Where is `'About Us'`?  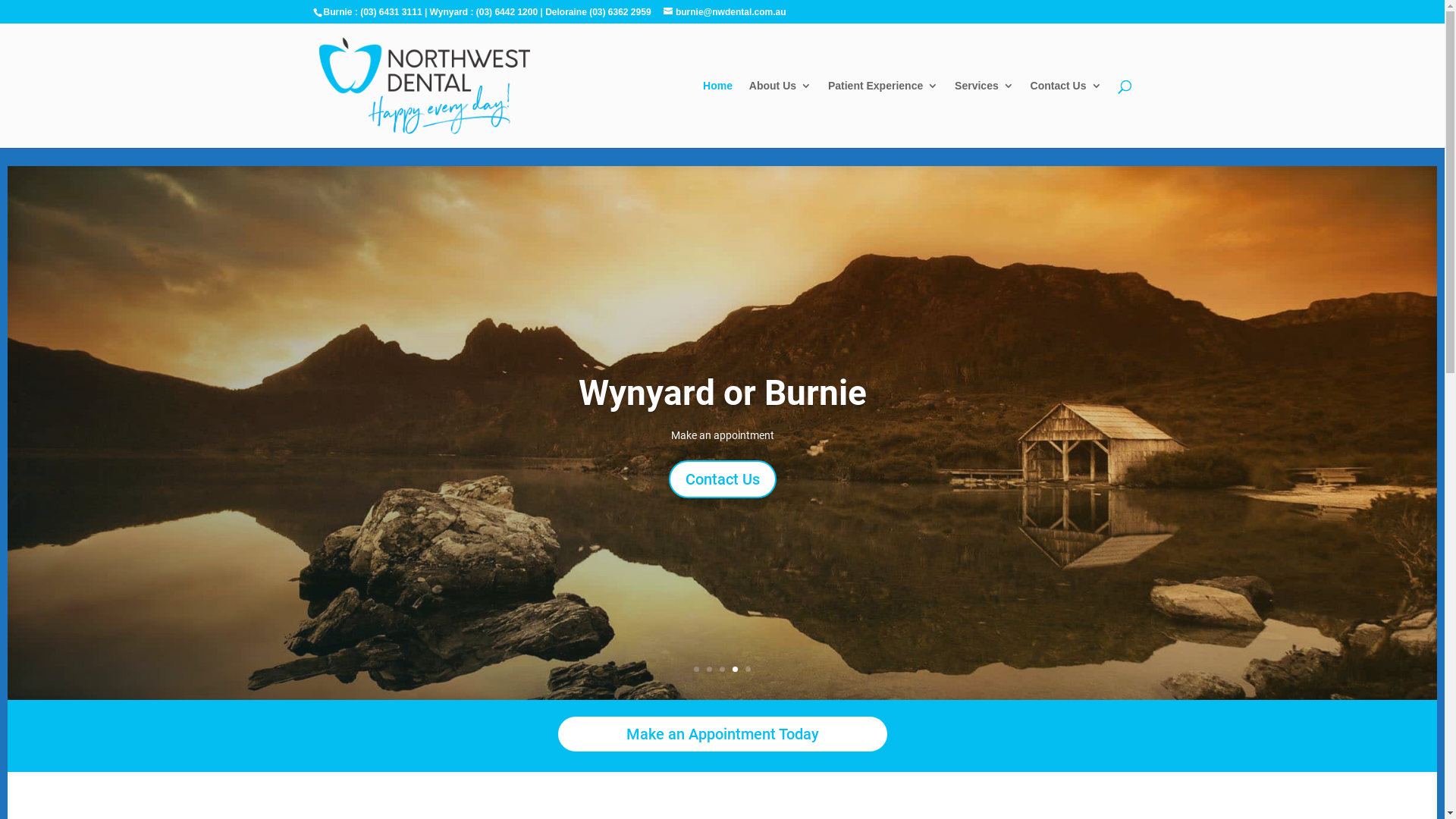
'About Us' is located at coordinates (780, 113).